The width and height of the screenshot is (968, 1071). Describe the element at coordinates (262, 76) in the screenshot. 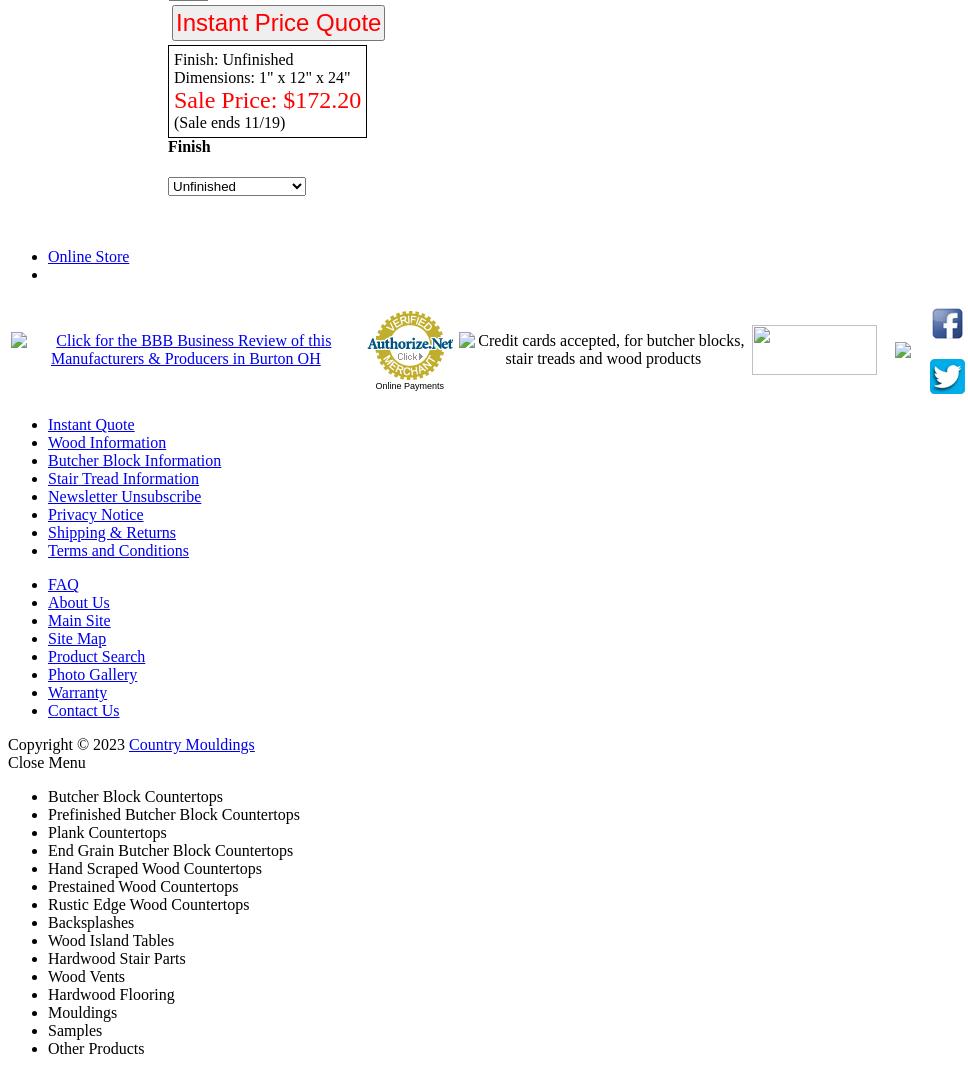

I see `'Dimensions: 1" x 12" x 24"'` at that location.